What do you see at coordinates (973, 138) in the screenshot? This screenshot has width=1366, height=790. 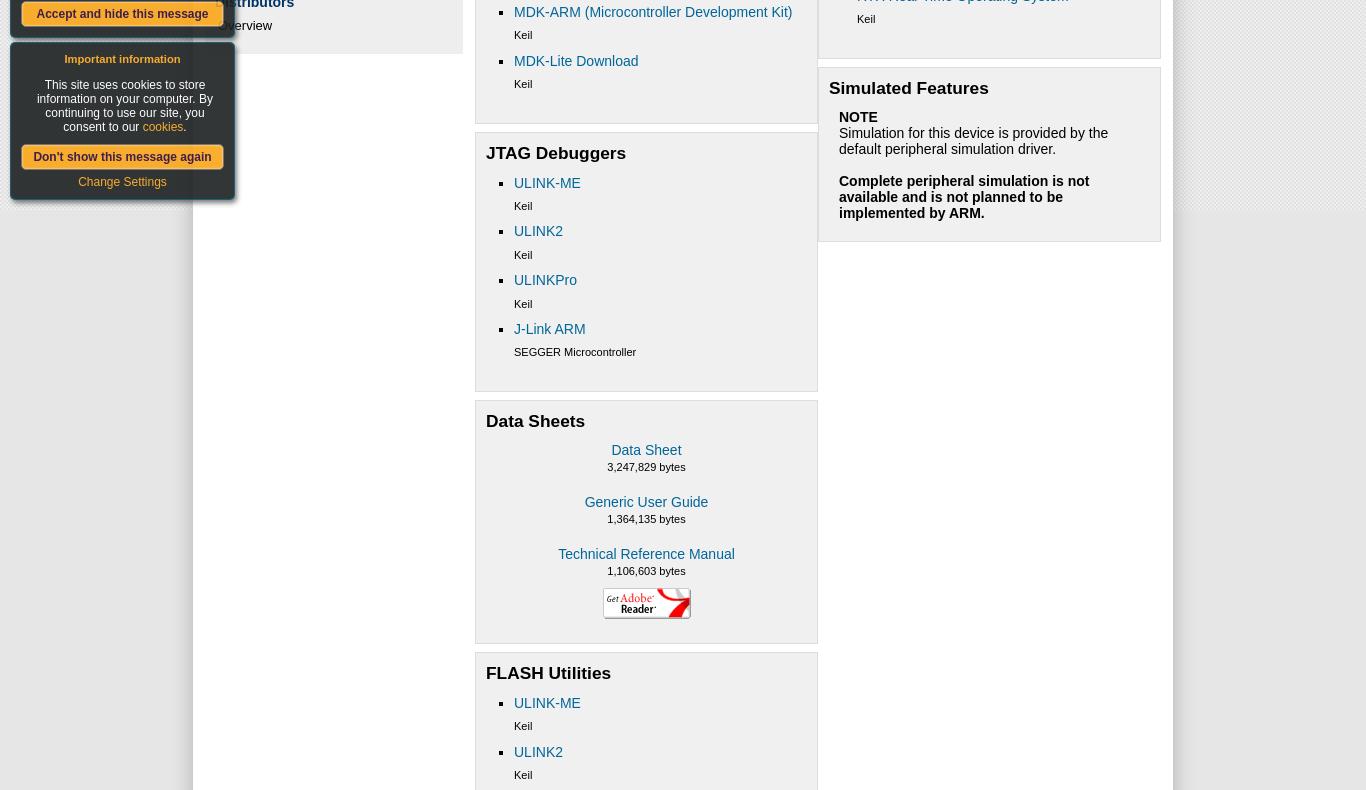 I see `'Simulation for this device is provided by the
        default peripheral simulation driver.'` at bounding box center [973, 138].